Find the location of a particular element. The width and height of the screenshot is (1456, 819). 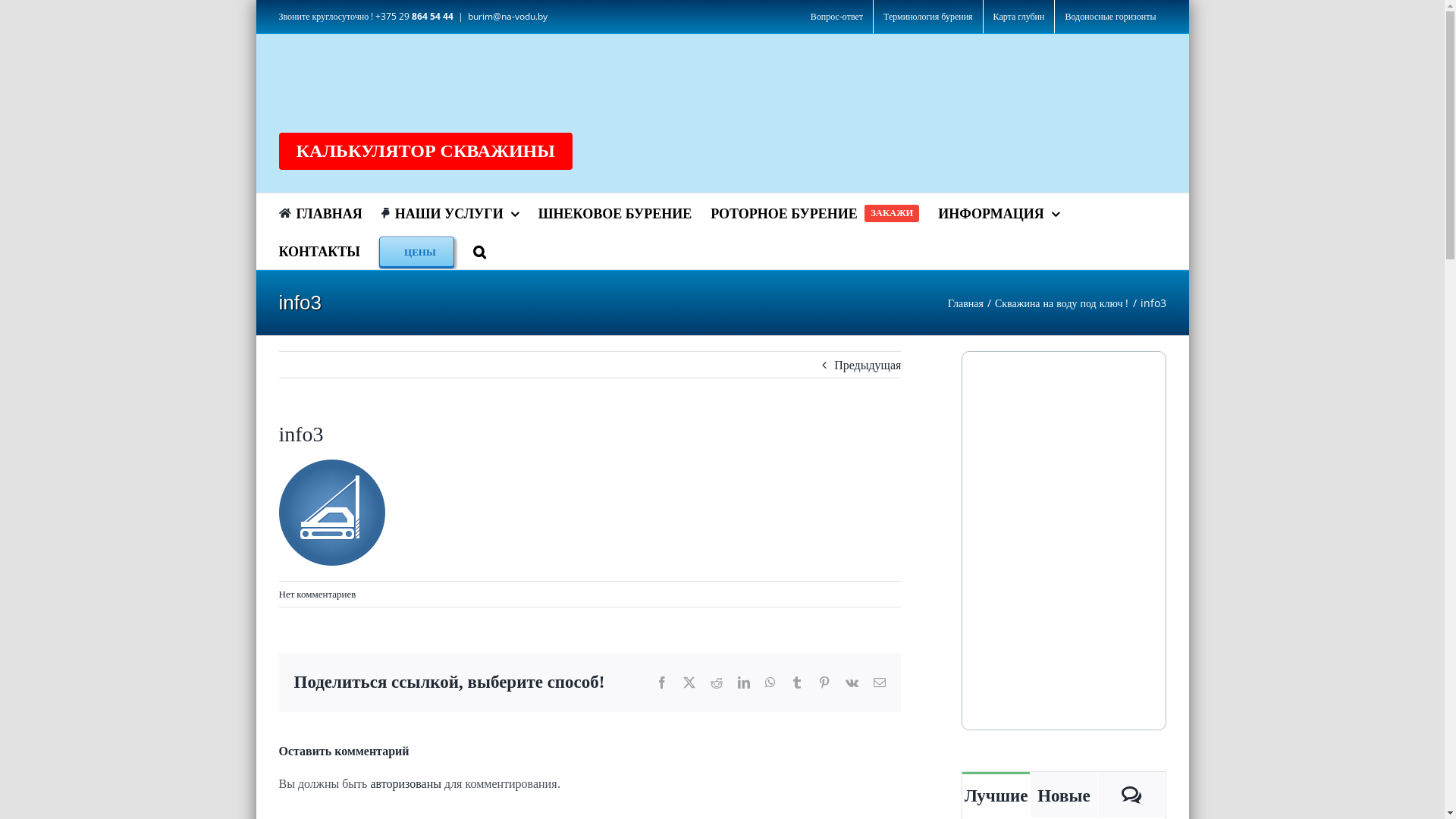

'burim@na-vodu.by' is located at coordinates (507, 16).